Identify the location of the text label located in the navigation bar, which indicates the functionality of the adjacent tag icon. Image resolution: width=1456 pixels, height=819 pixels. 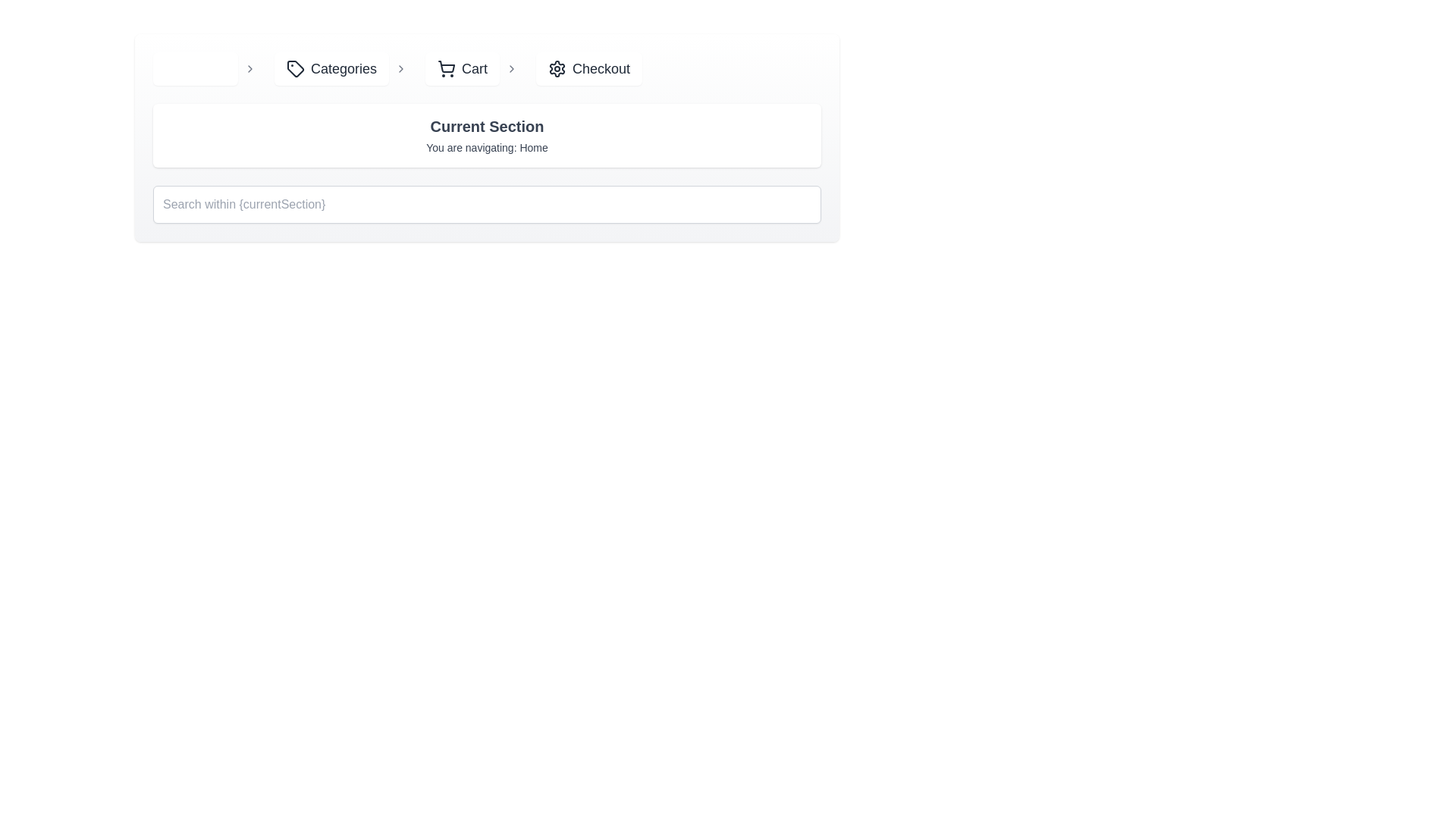
(343, 69).